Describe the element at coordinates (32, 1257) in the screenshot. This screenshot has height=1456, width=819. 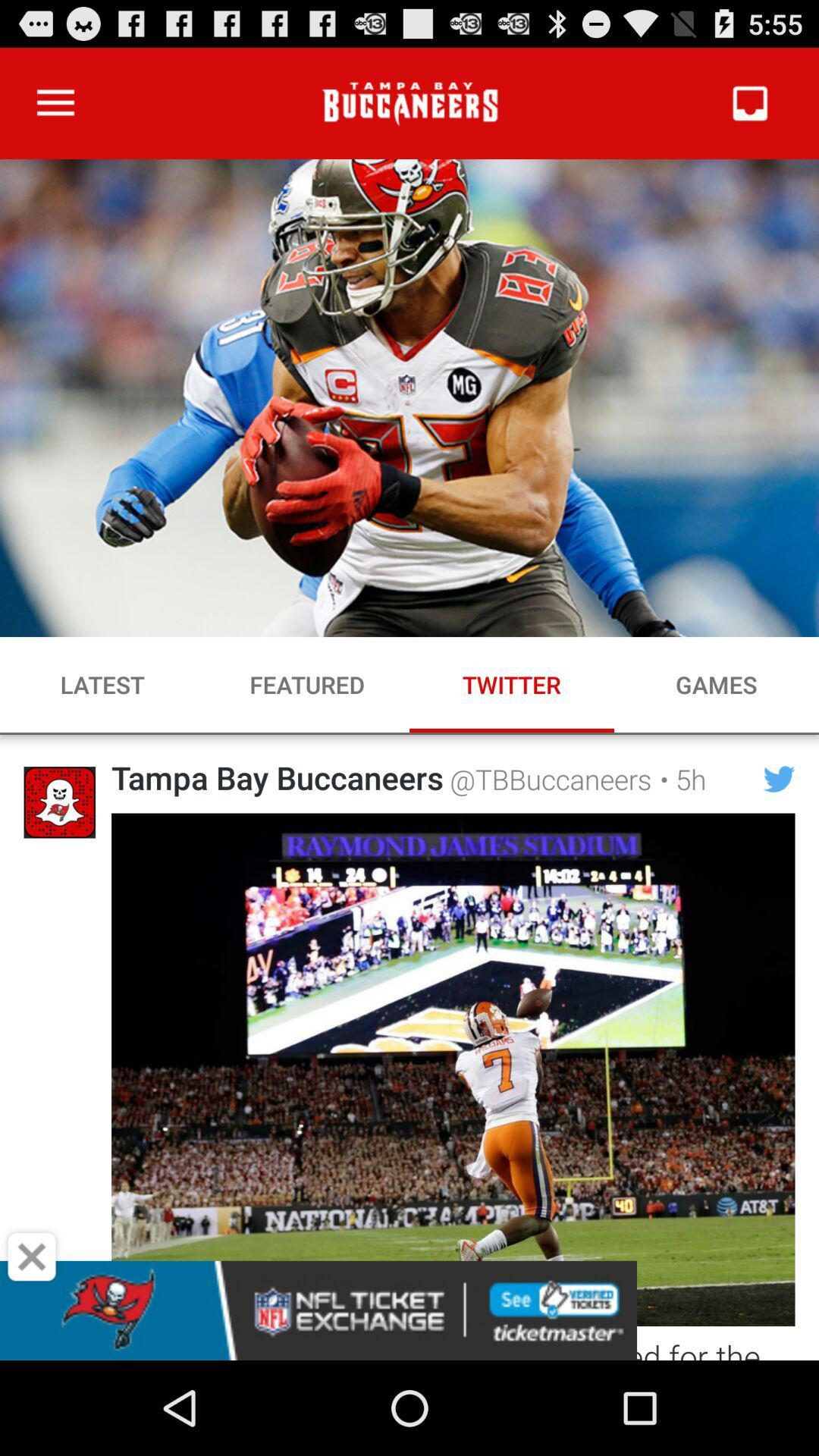
I see `tag` at that location.